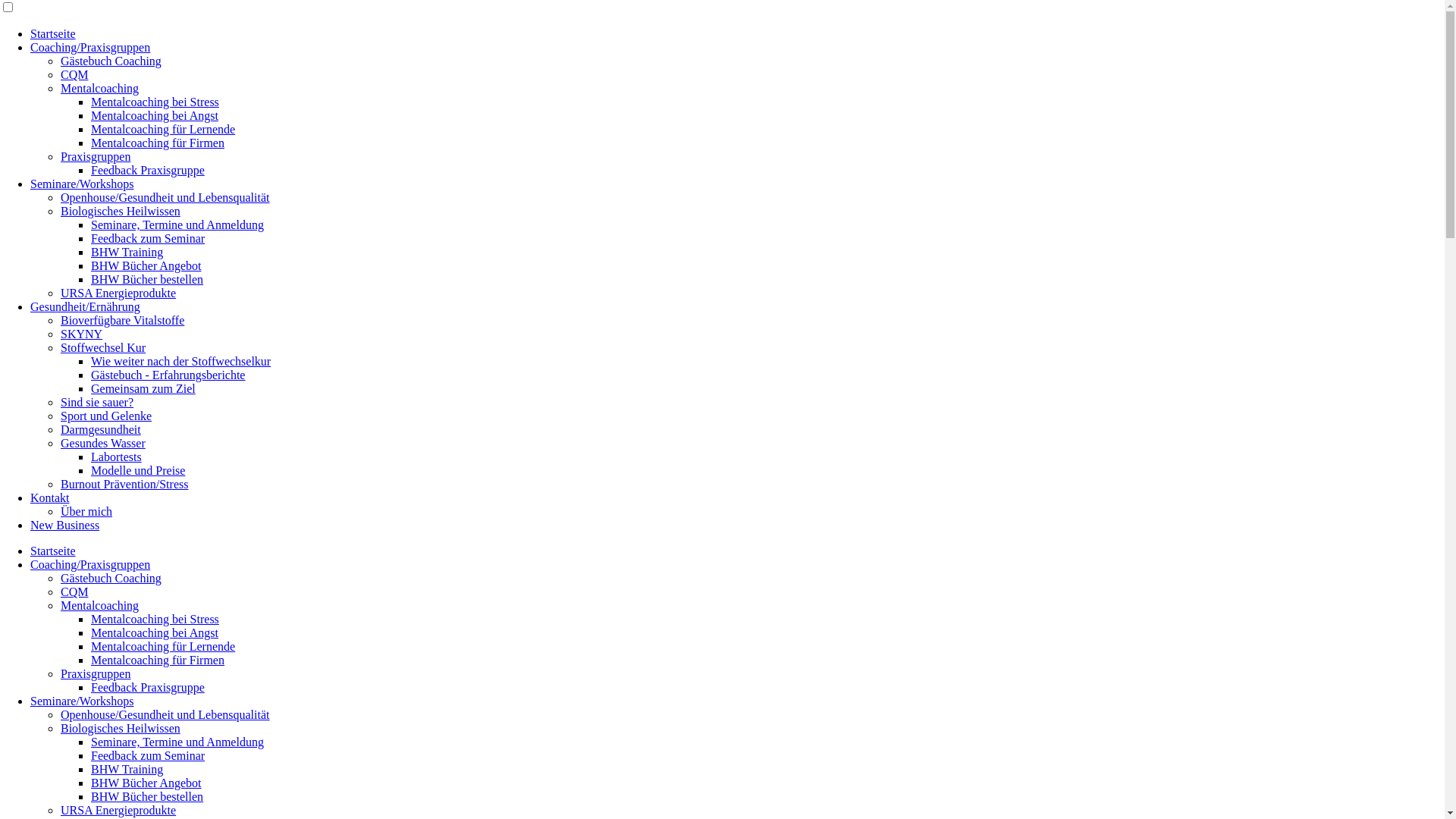  I want to click on 'Mentalcoaching bei Stress', so click(155, 102).